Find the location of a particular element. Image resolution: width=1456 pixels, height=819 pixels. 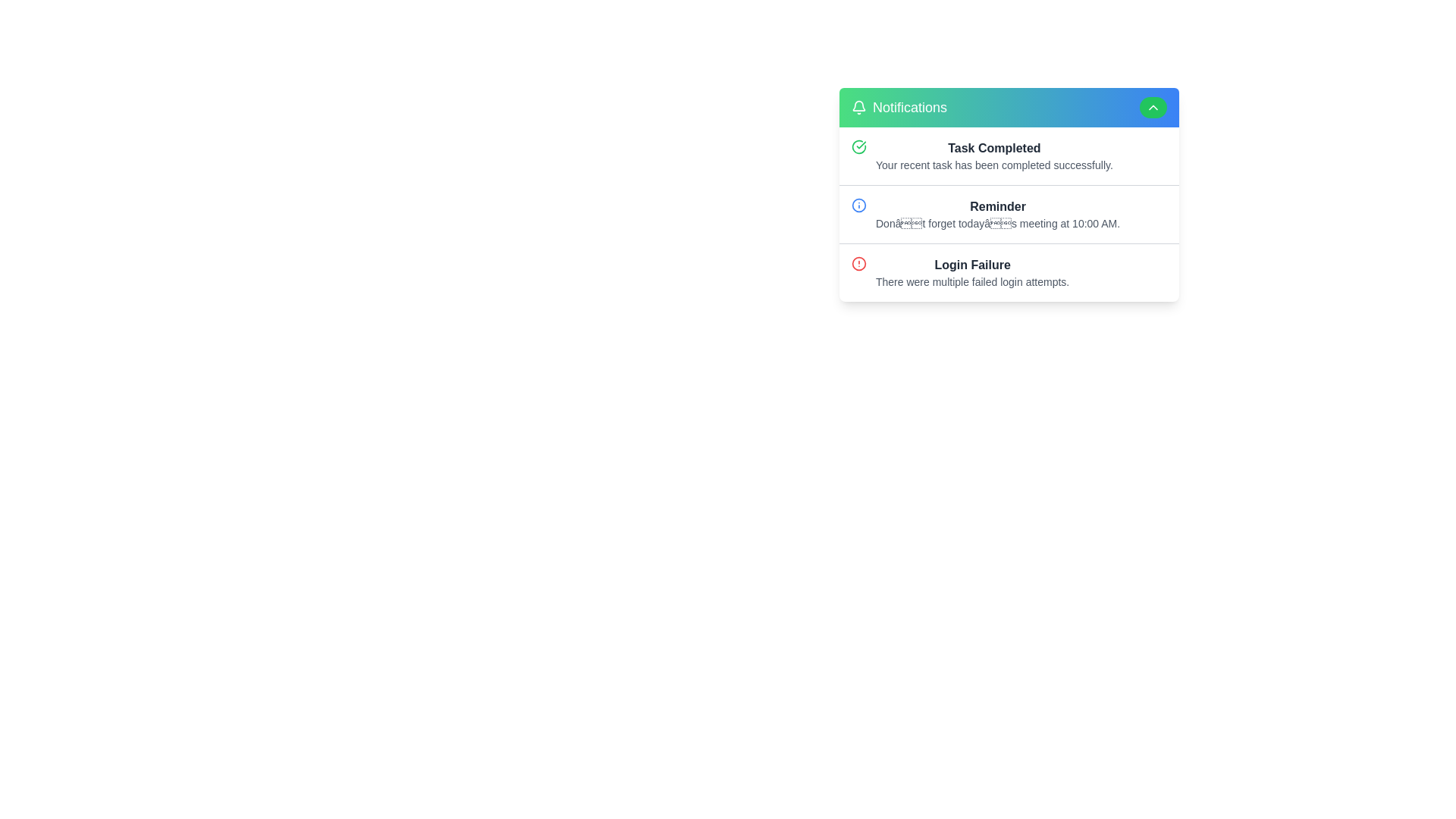

the third notification entry that alerts the user about a failed login activity is located at coordinates (1009, 271).